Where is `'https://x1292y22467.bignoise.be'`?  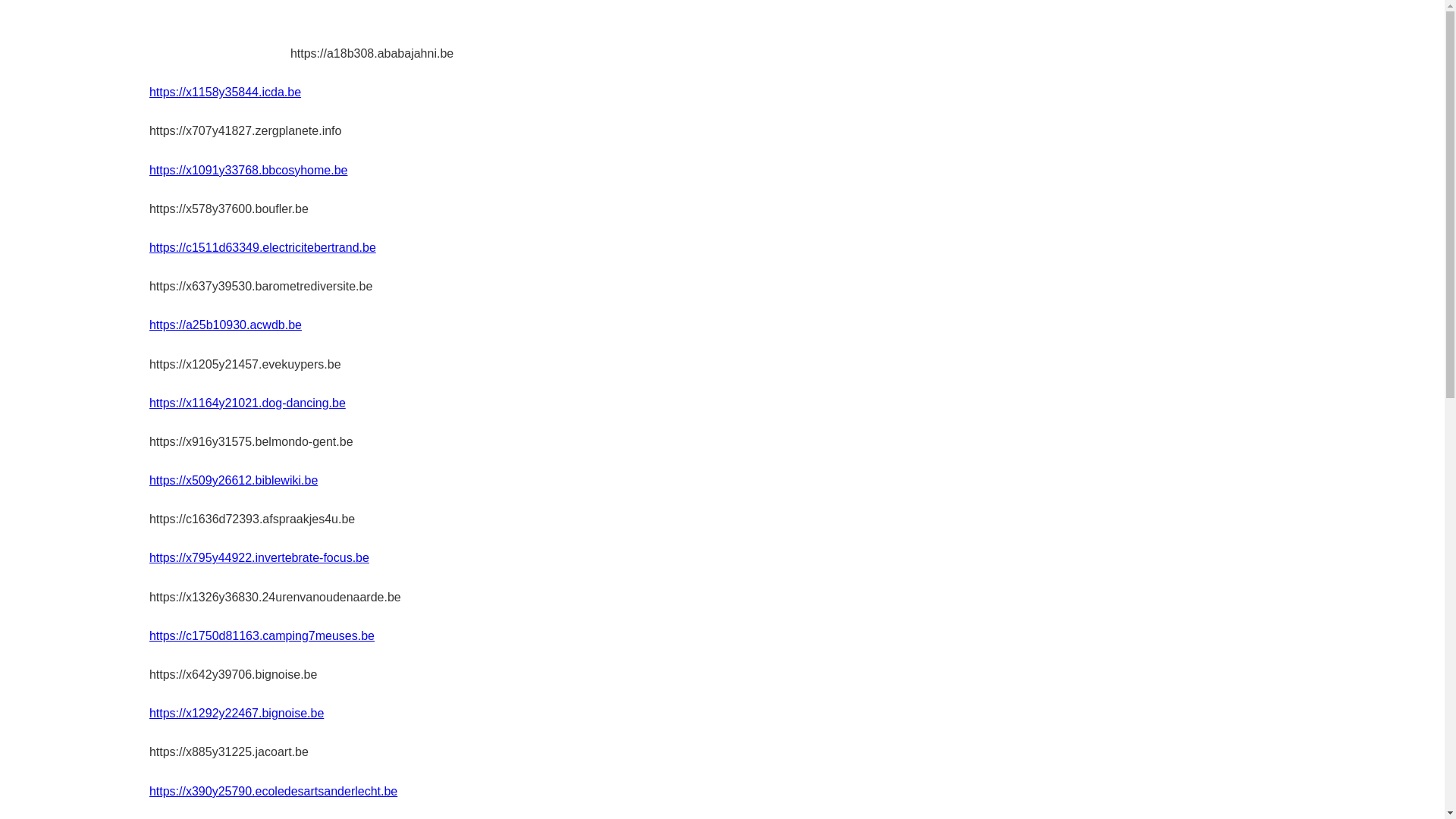 'https://x1292y22467.bignoise.be' is located at coordinates (149, 713).